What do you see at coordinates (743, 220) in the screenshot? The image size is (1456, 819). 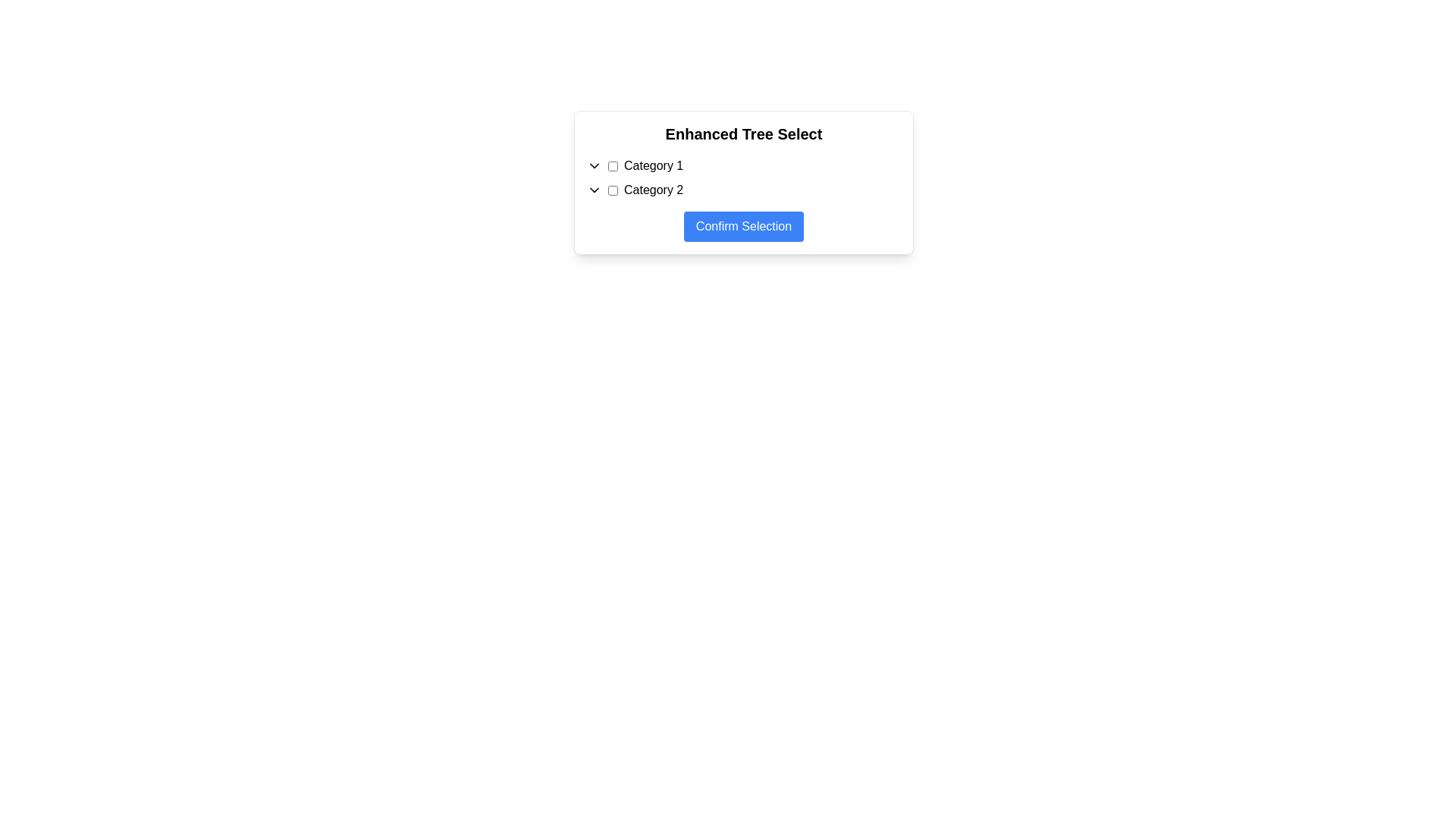 I see `the confirmation button located at the bottom of the card layout to confirm the user's selection from 'Category 1' and 'Category 2'` at bounding box center [743, 220].